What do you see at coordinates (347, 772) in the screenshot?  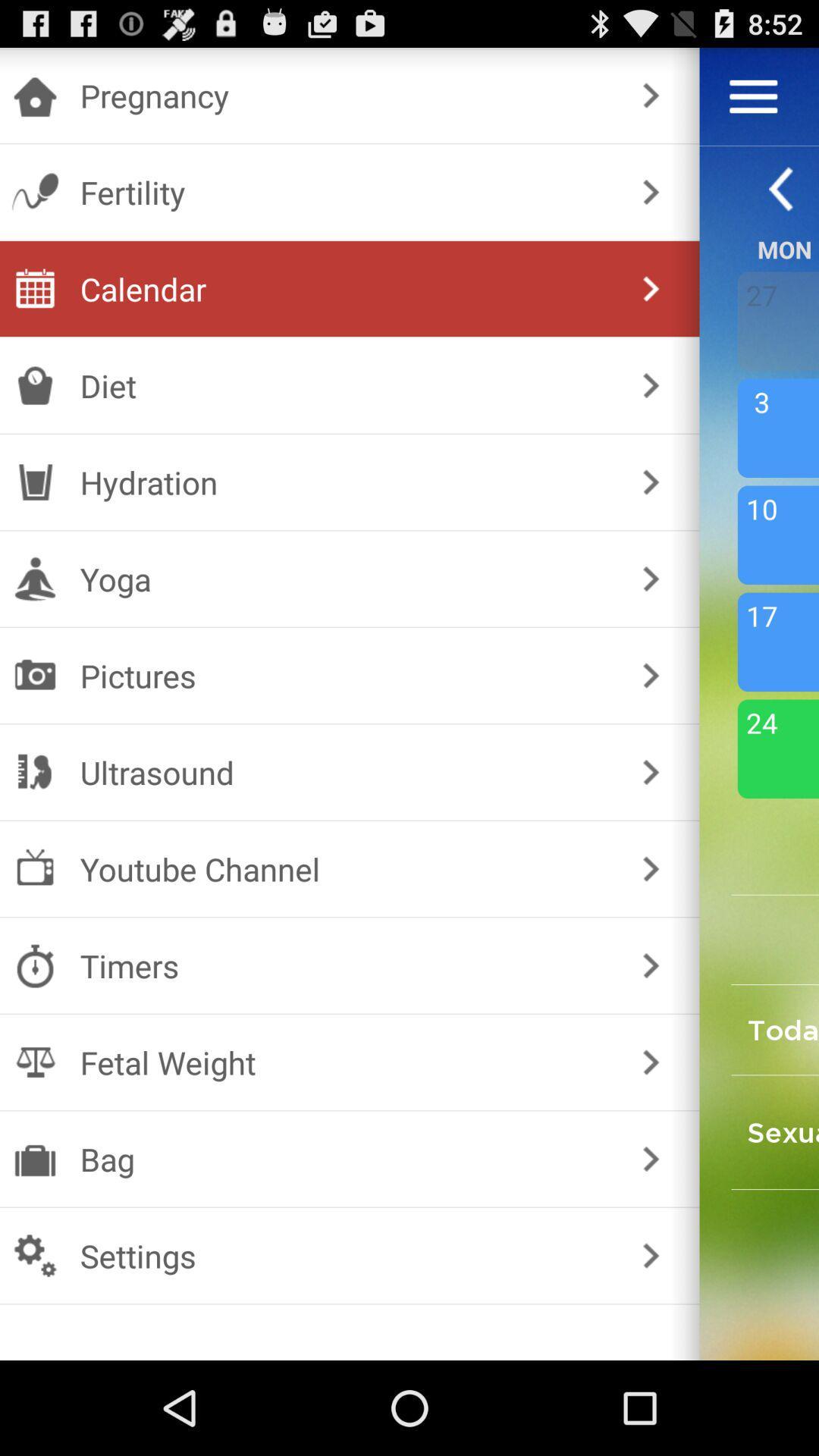 I see `icon below pictures checkbox` at bounding box center [347, 772].